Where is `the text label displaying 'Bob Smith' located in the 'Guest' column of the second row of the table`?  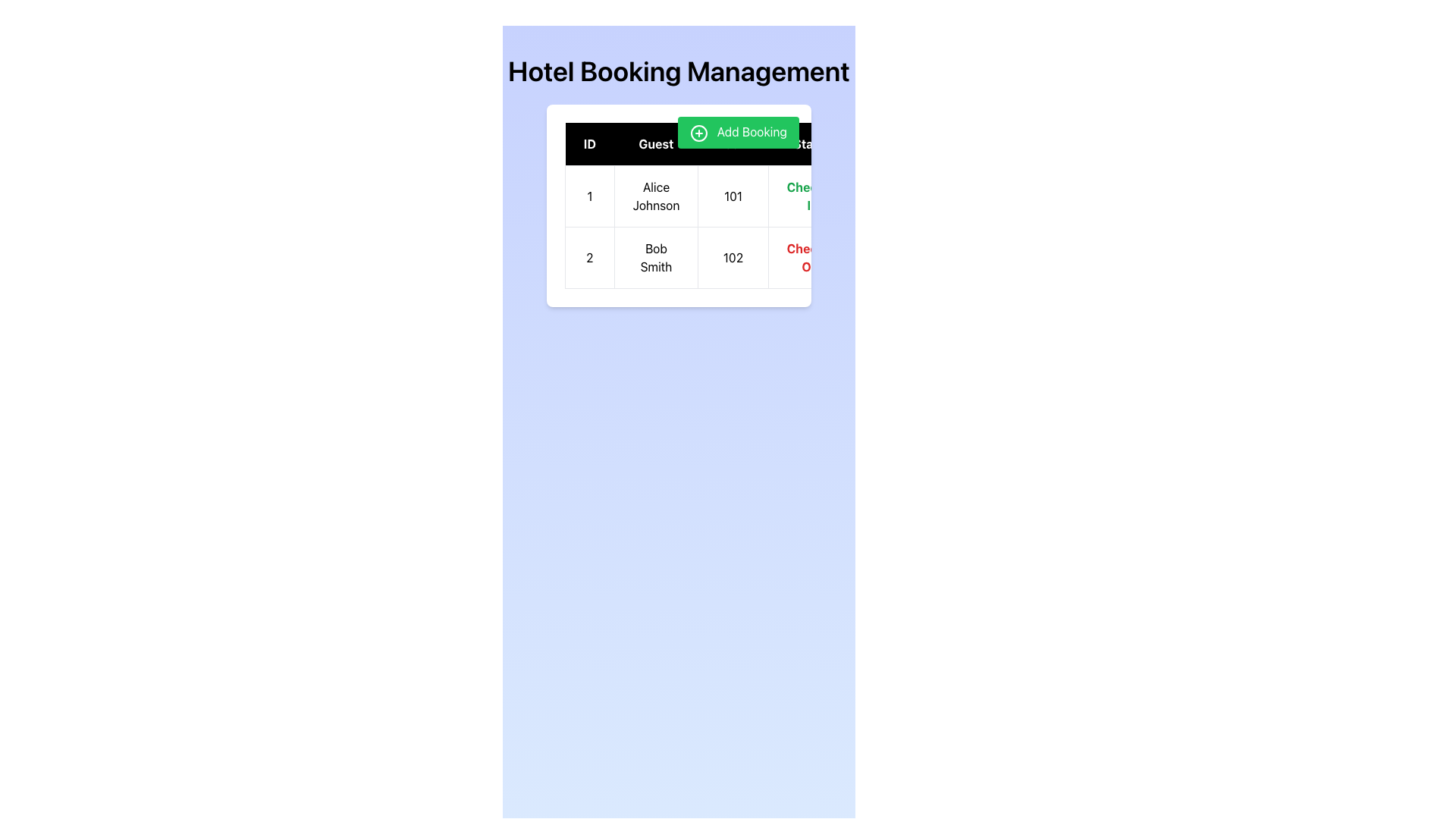 the text label displaying 'Bob Smith' located in the 'Guest' column of the second row of the table is located at coordinates (656, 256).